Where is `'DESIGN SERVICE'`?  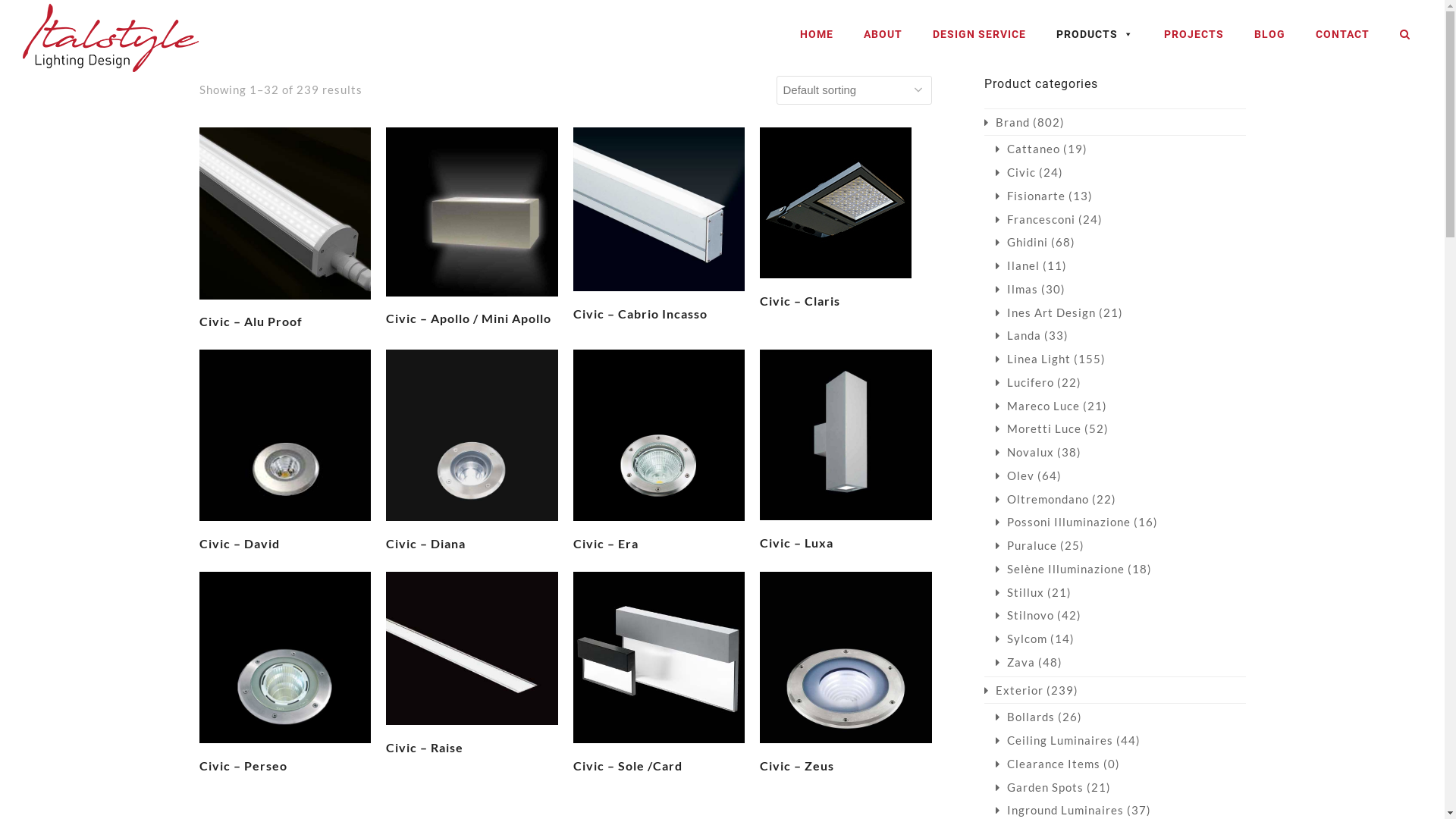 'DESIGN SERVICE' is located at coordinates (979, 34).